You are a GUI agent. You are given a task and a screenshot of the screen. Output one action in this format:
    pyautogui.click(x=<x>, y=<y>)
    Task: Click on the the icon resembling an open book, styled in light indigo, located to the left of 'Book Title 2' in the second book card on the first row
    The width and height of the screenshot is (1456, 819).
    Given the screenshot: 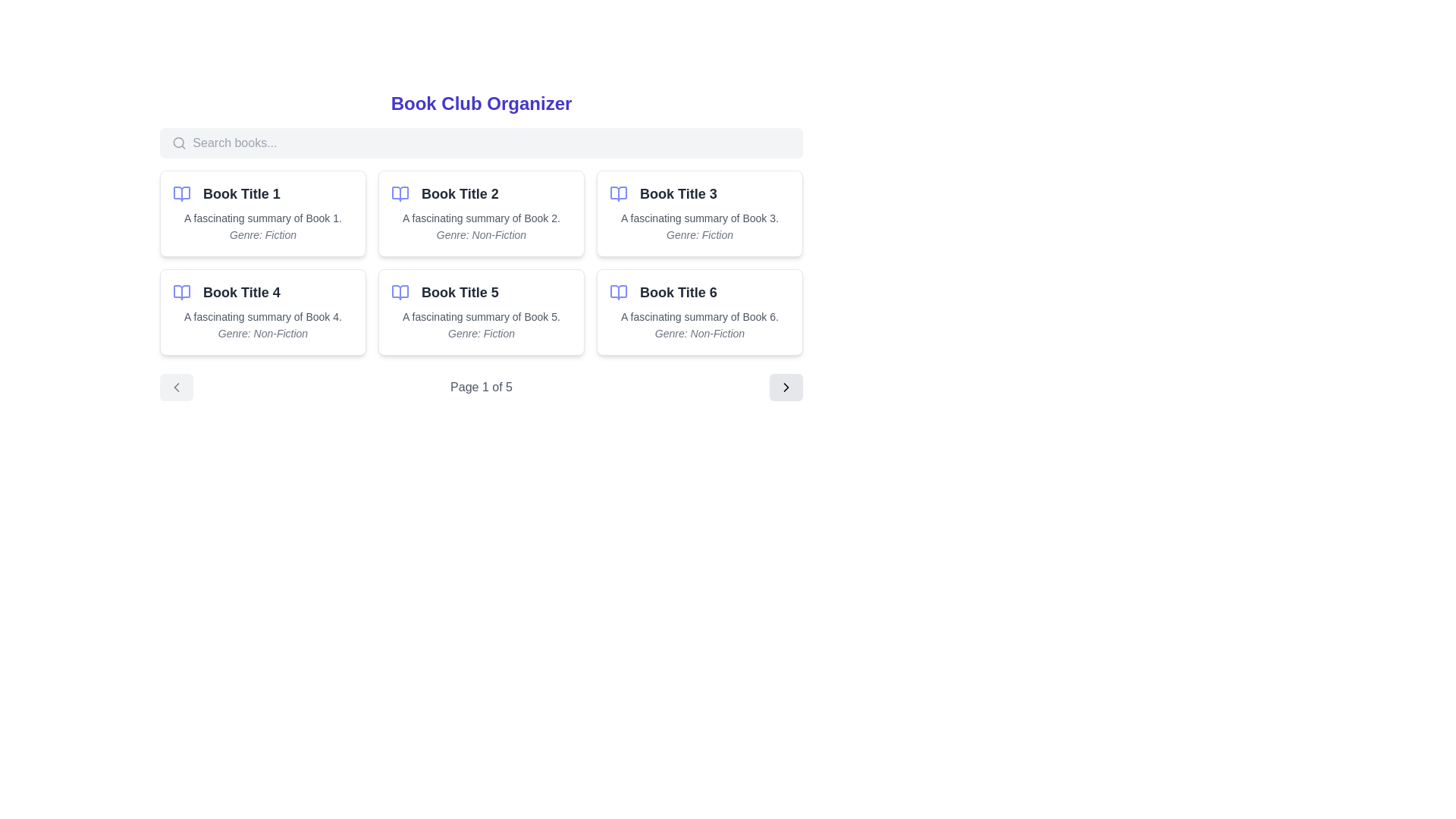 What is the action you would take?
    pyautogui.click(x=400, y=193)
    